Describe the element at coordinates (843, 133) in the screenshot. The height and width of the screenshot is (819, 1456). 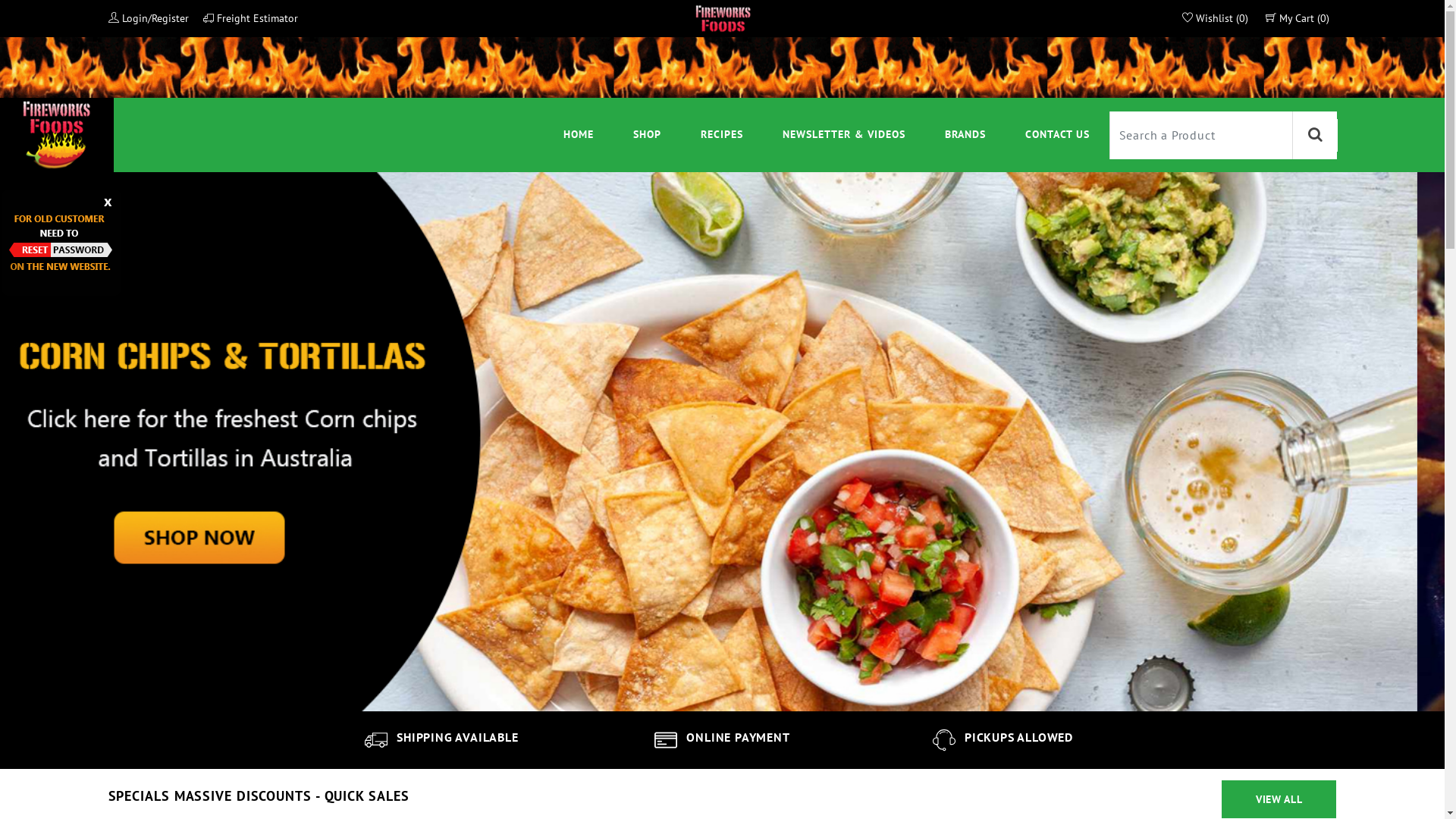
I see `'NEWSLETTER & VIDEOS'` at that location.